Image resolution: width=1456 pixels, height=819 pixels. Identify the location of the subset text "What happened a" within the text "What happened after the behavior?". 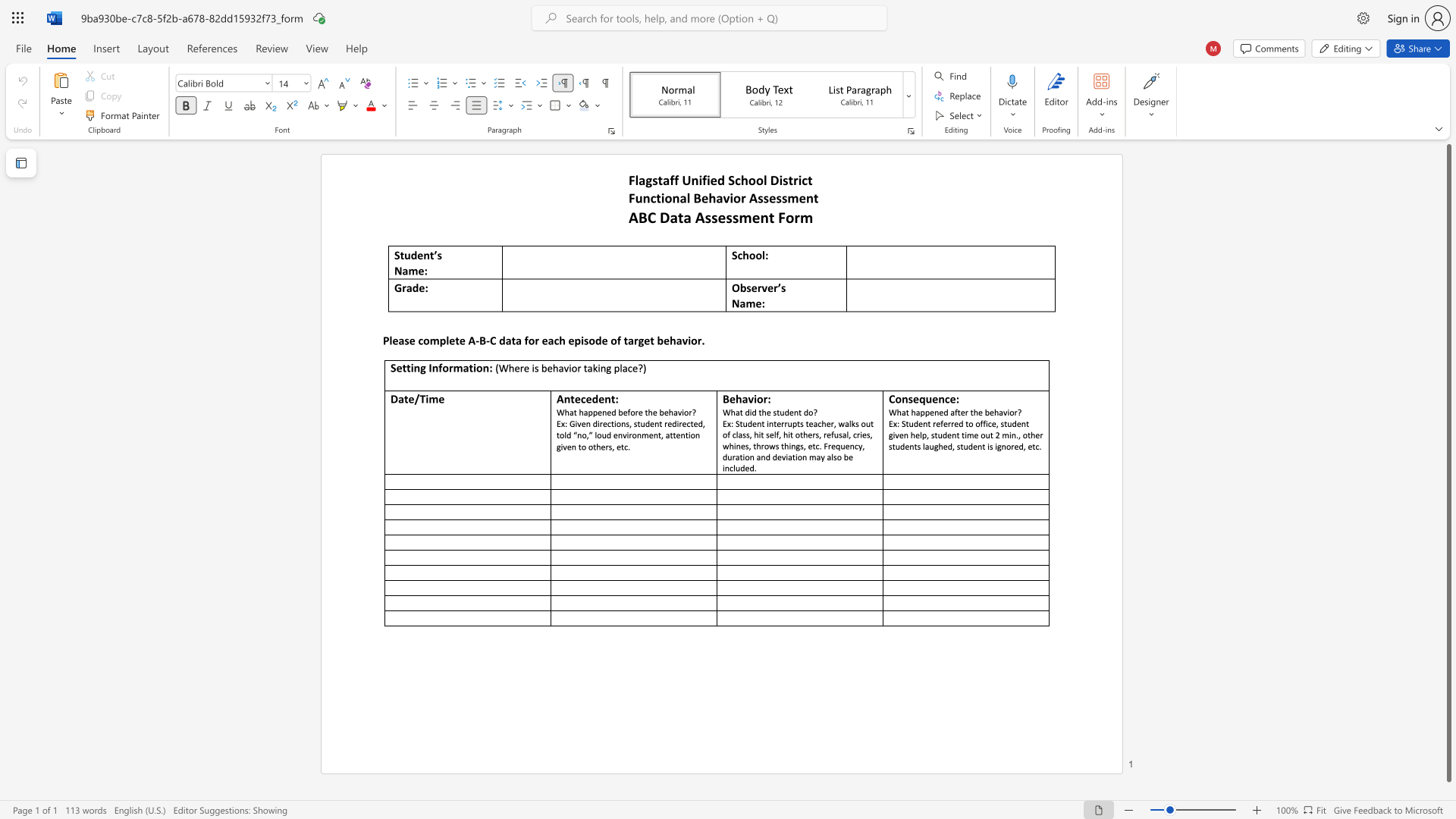
(888, 412).